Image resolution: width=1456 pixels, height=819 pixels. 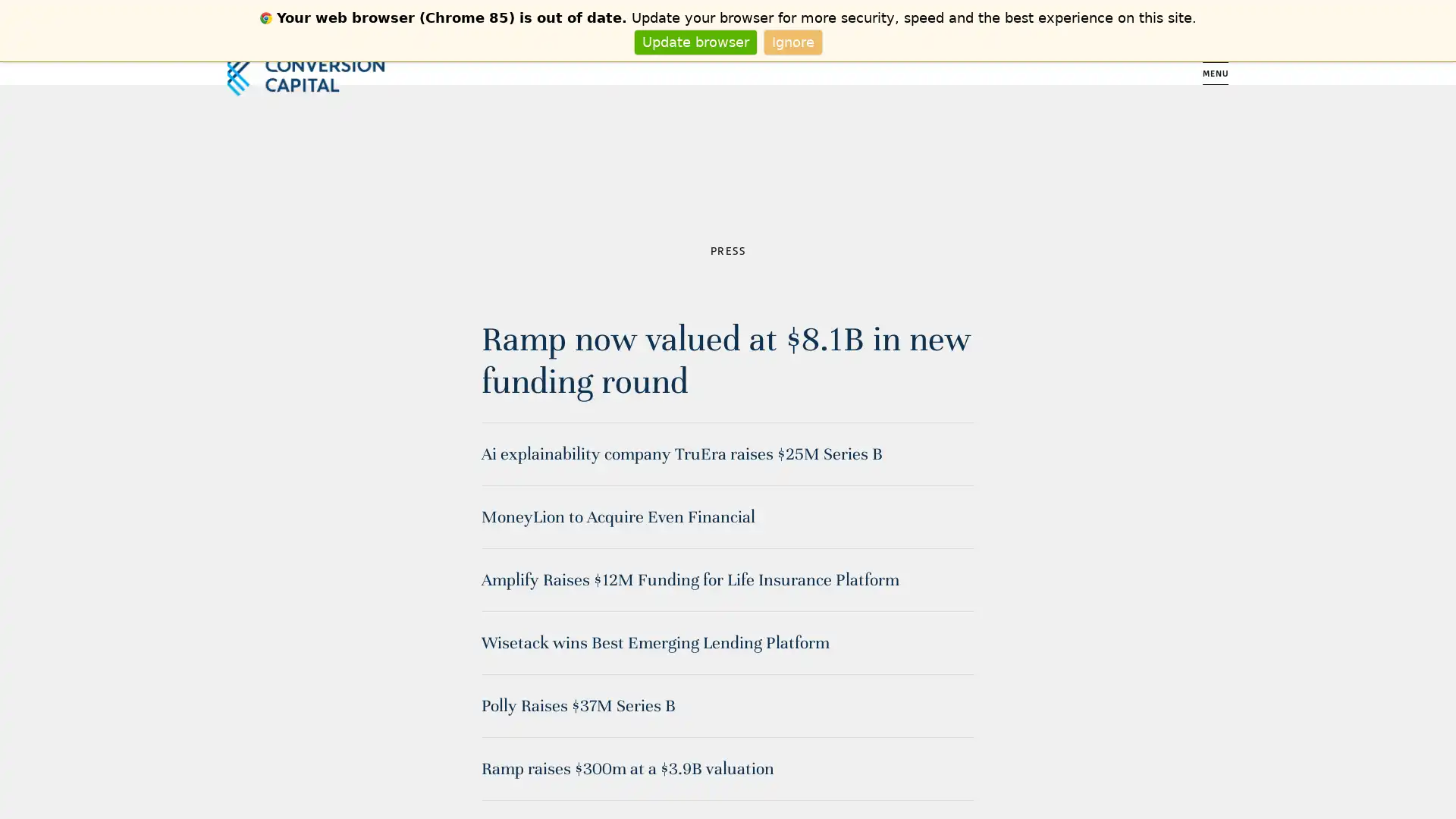 I want to click on MENU, so click(x=1216, y=73).